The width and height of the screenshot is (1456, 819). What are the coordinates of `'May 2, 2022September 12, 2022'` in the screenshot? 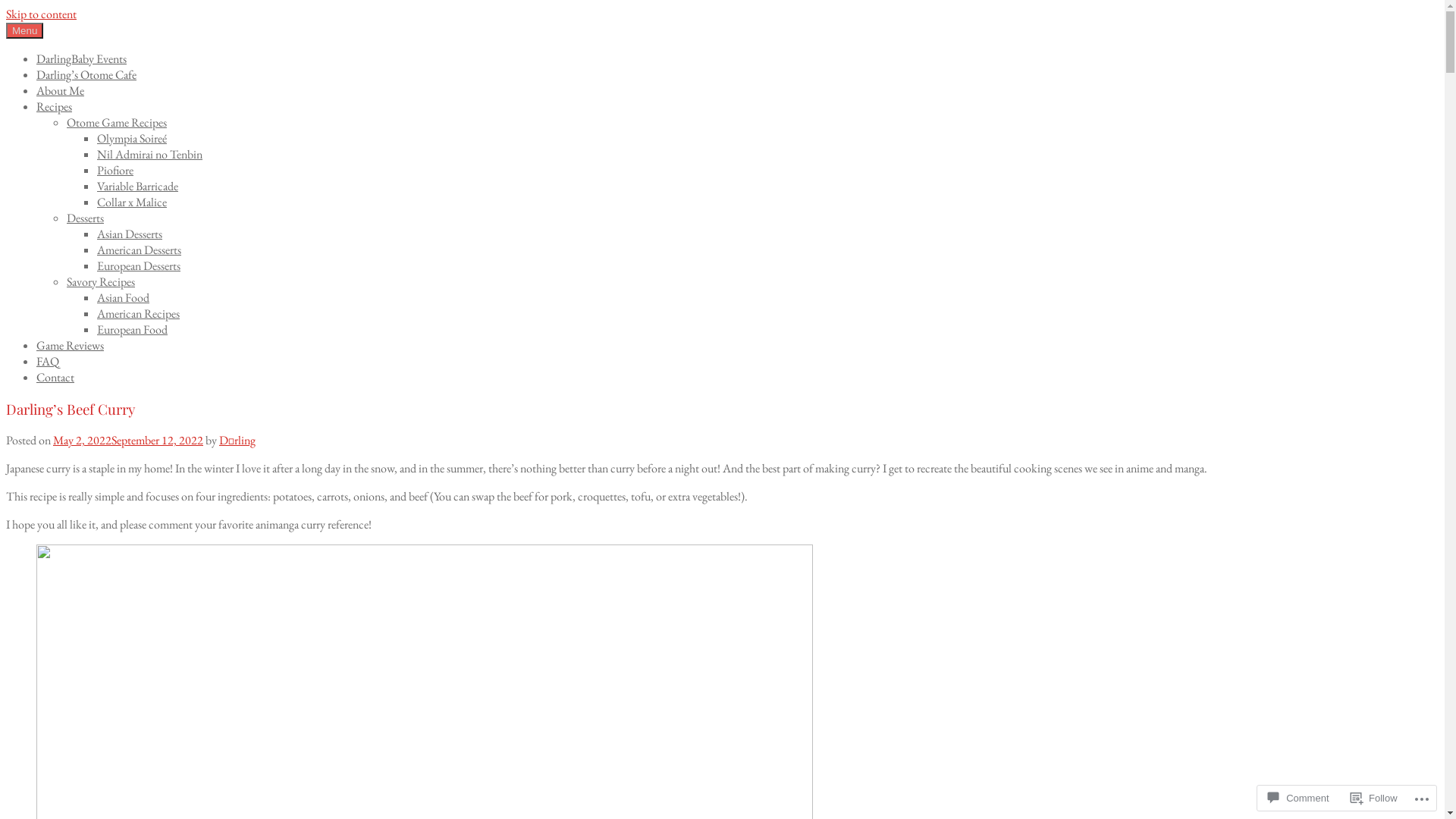 It's located at (127, 440).